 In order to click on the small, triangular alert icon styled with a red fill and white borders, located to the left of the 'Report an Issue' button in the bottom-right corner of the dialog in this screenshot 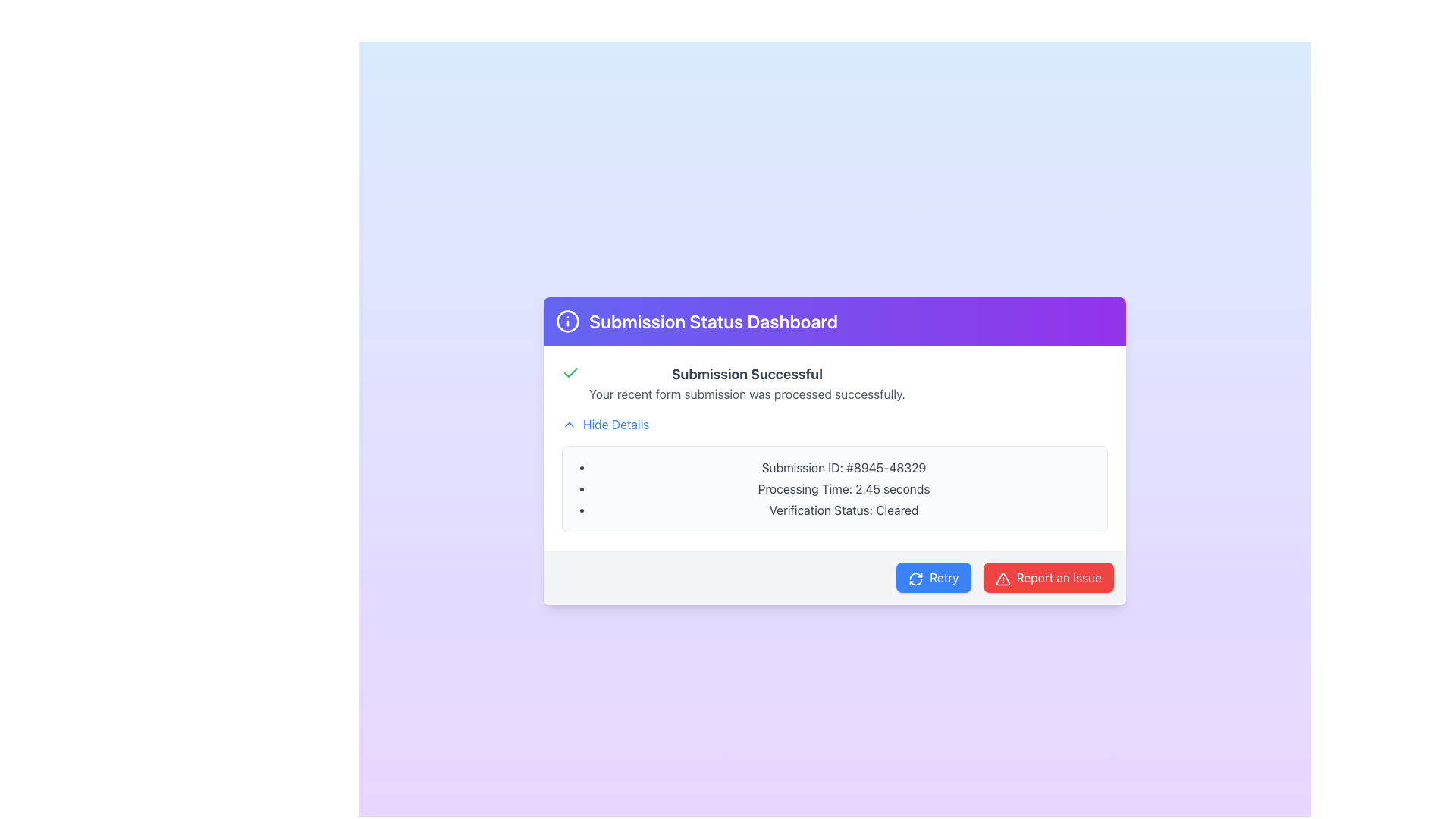, I will do `click(1003, 579)`.